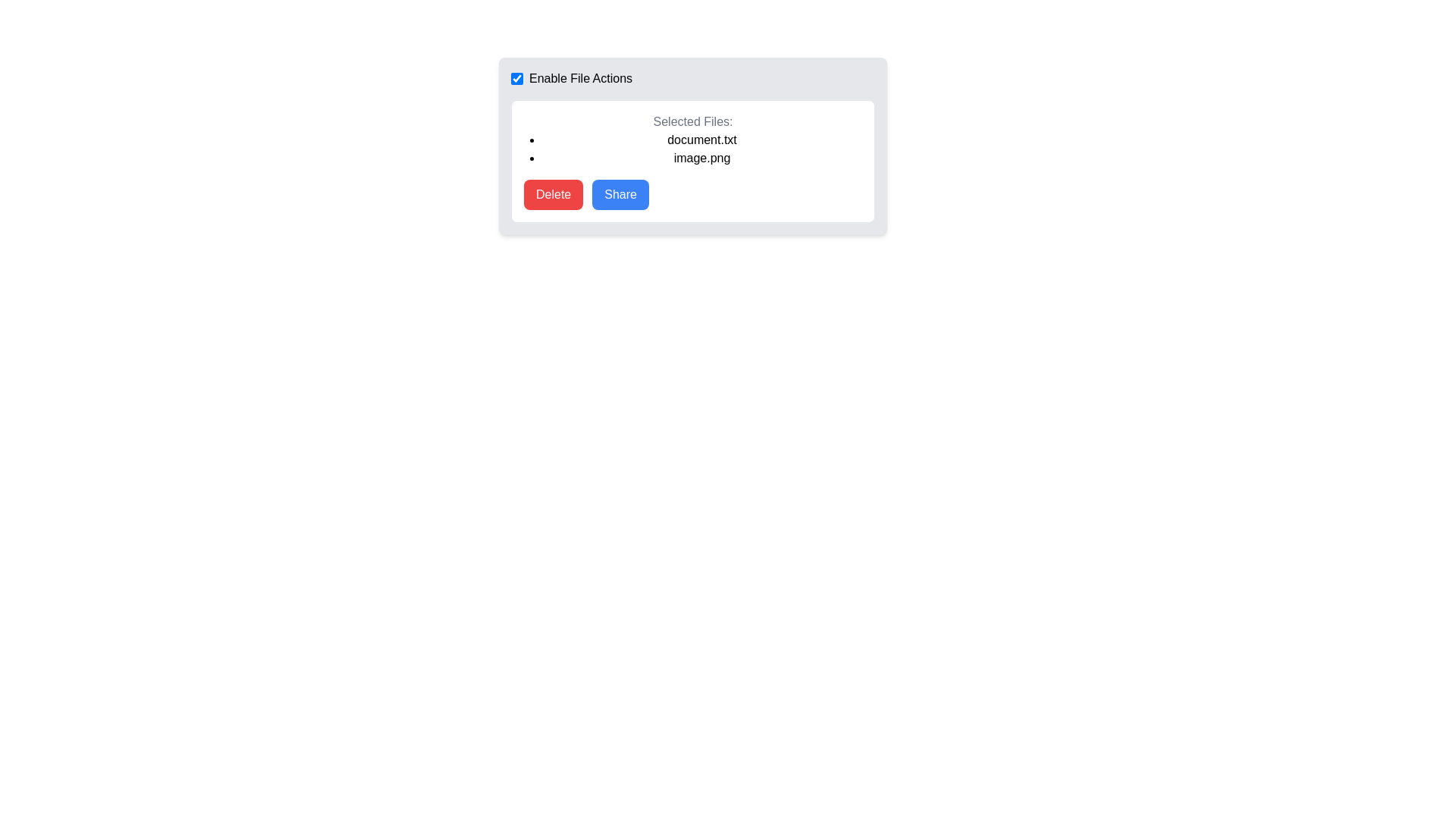  What do you see at coordinates (553, 194) in the screenshot?
I see `the leftmost button in the group that triggers deletion of associated file(s) or items` at bounding box center [553, 194].